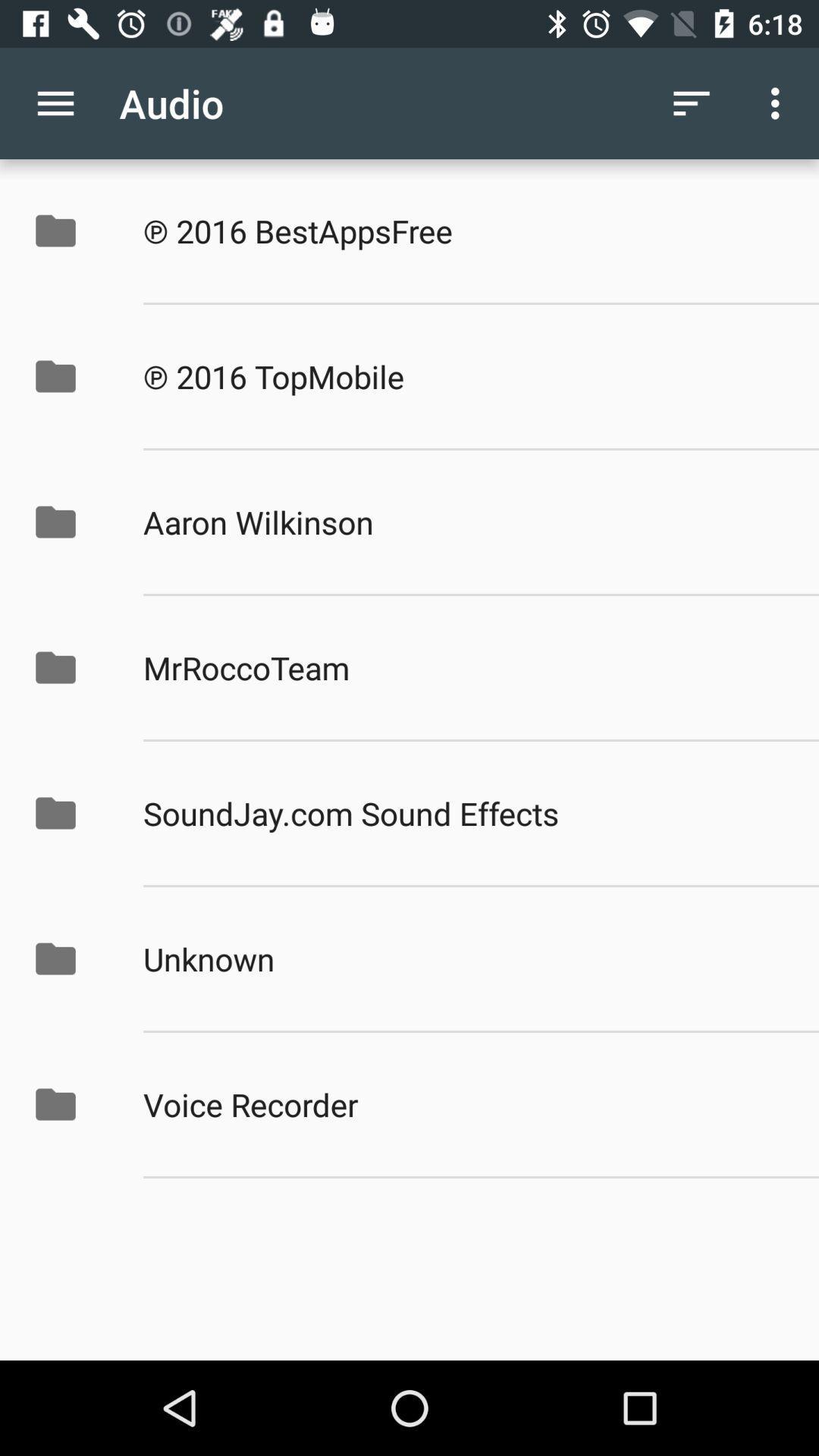 This screenshot has width=819, height=1456. Describe the element at coordinates (55, 958) in the screenshot. I see `the icon of unknown folder` at that location.